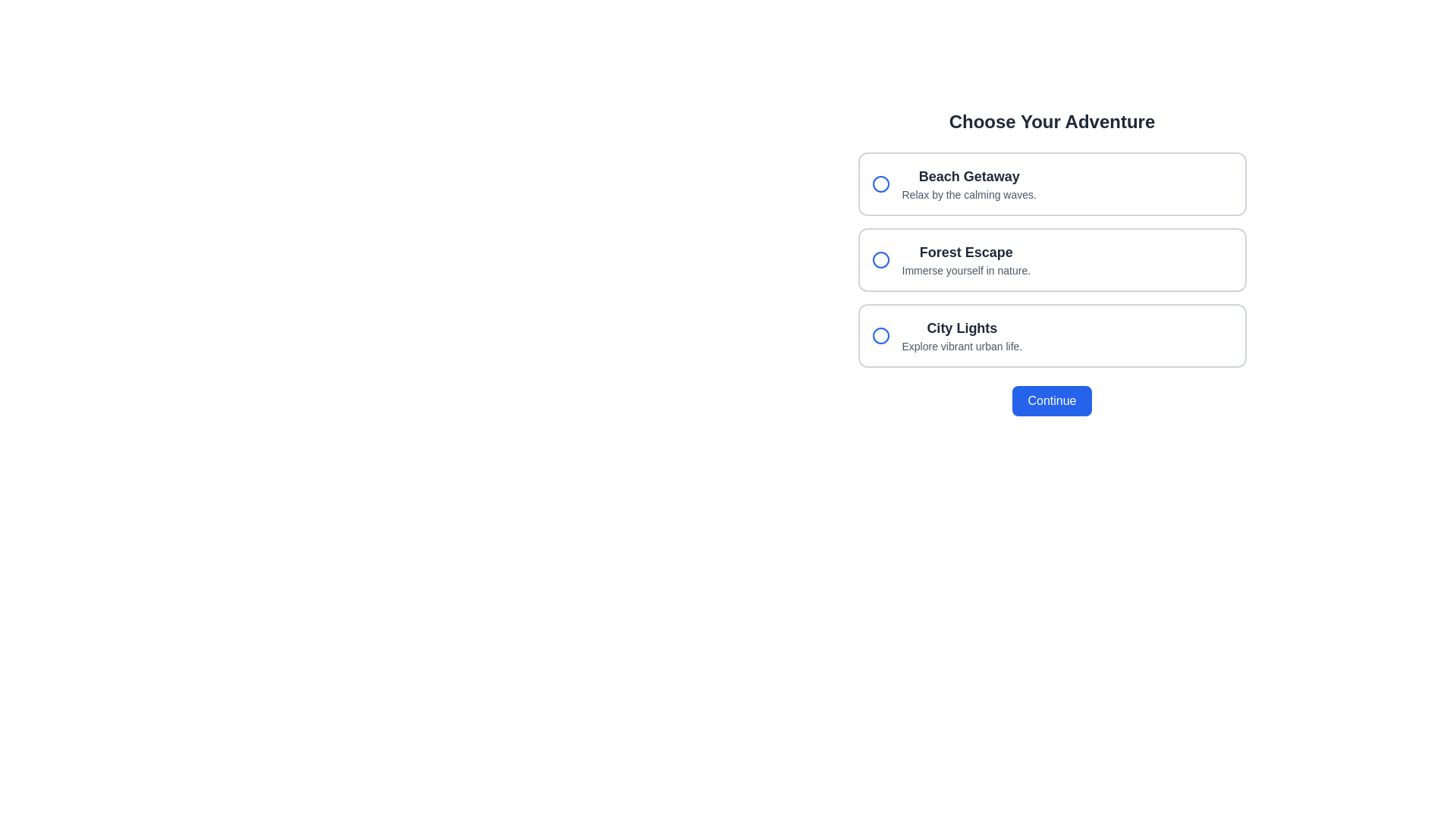 This screenshot has height=819, width=1456. What do you see at coordinates (1051, 262) in the screenshot?
I see `to select the 'Forest Escape' option in the vertically stacked selection box, which is the second choice and has the title 'Forest Escape' with the description 'Immerse yourself in nature.'` at bounding box center [1051, 262].